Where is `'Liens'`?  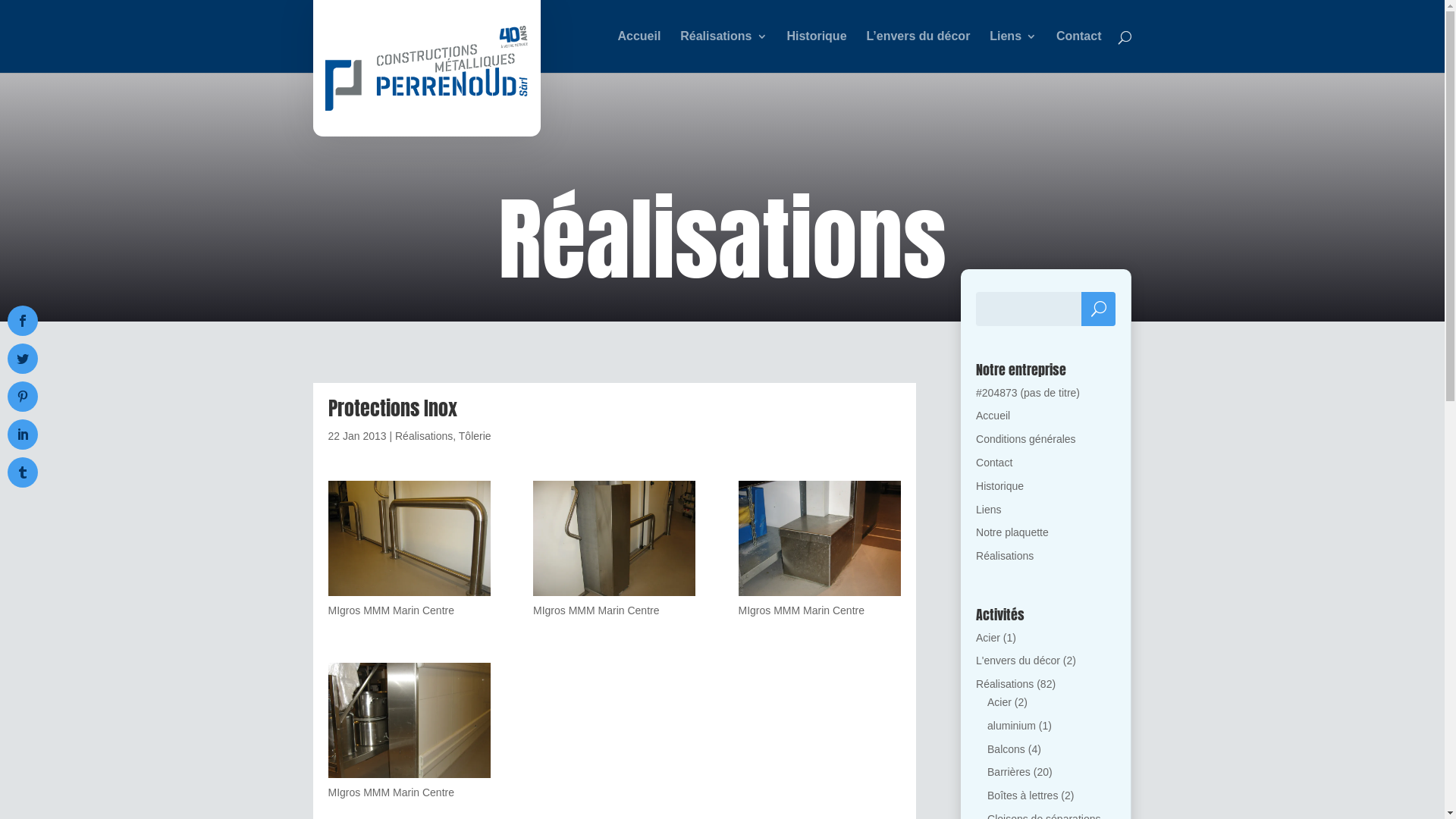
'Liens' is located at coordinates (988, 509).